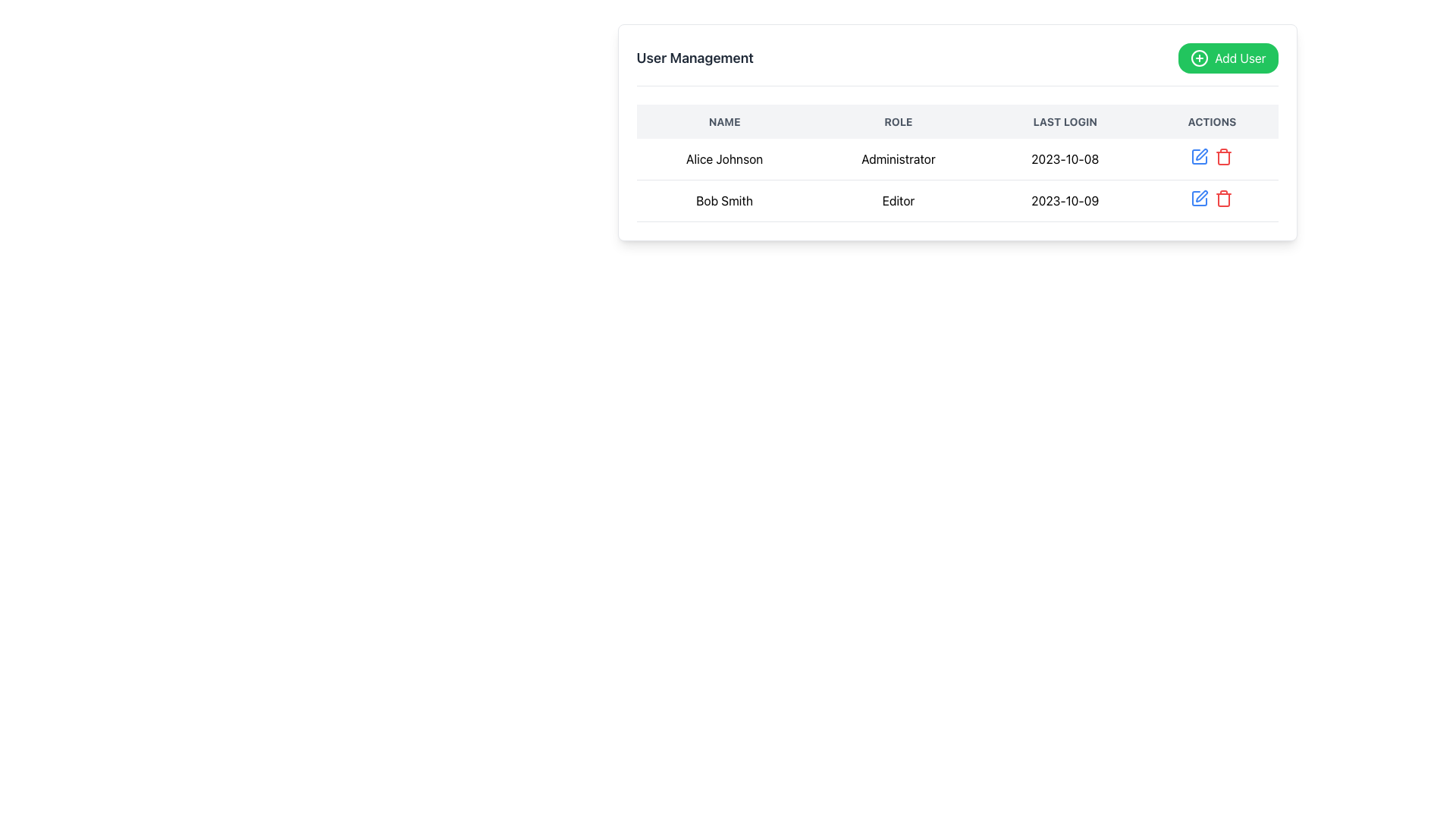 Image resolution: width=1456 pixels, height=819 pixels. I want to click on the button located in the top-right corner of the 'User Management' section to initiate the process of adding a new user, so click(1228, 58).